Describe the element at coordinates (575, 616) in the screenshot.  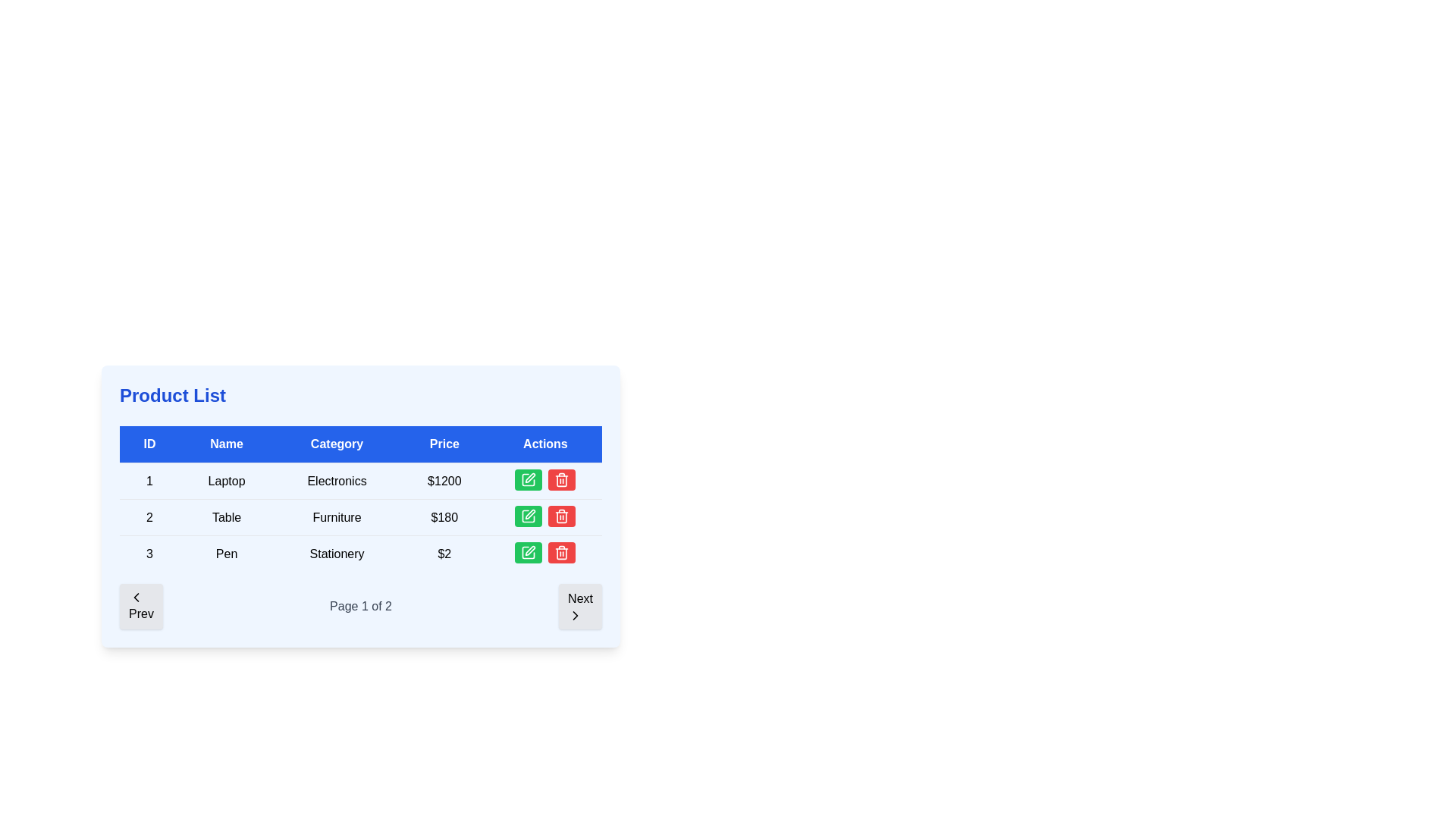
I see `the SVG icon that indicates the action of moving to the next page or section, located in the bottom-right corner adjacent to the 'Next' button` at that location.